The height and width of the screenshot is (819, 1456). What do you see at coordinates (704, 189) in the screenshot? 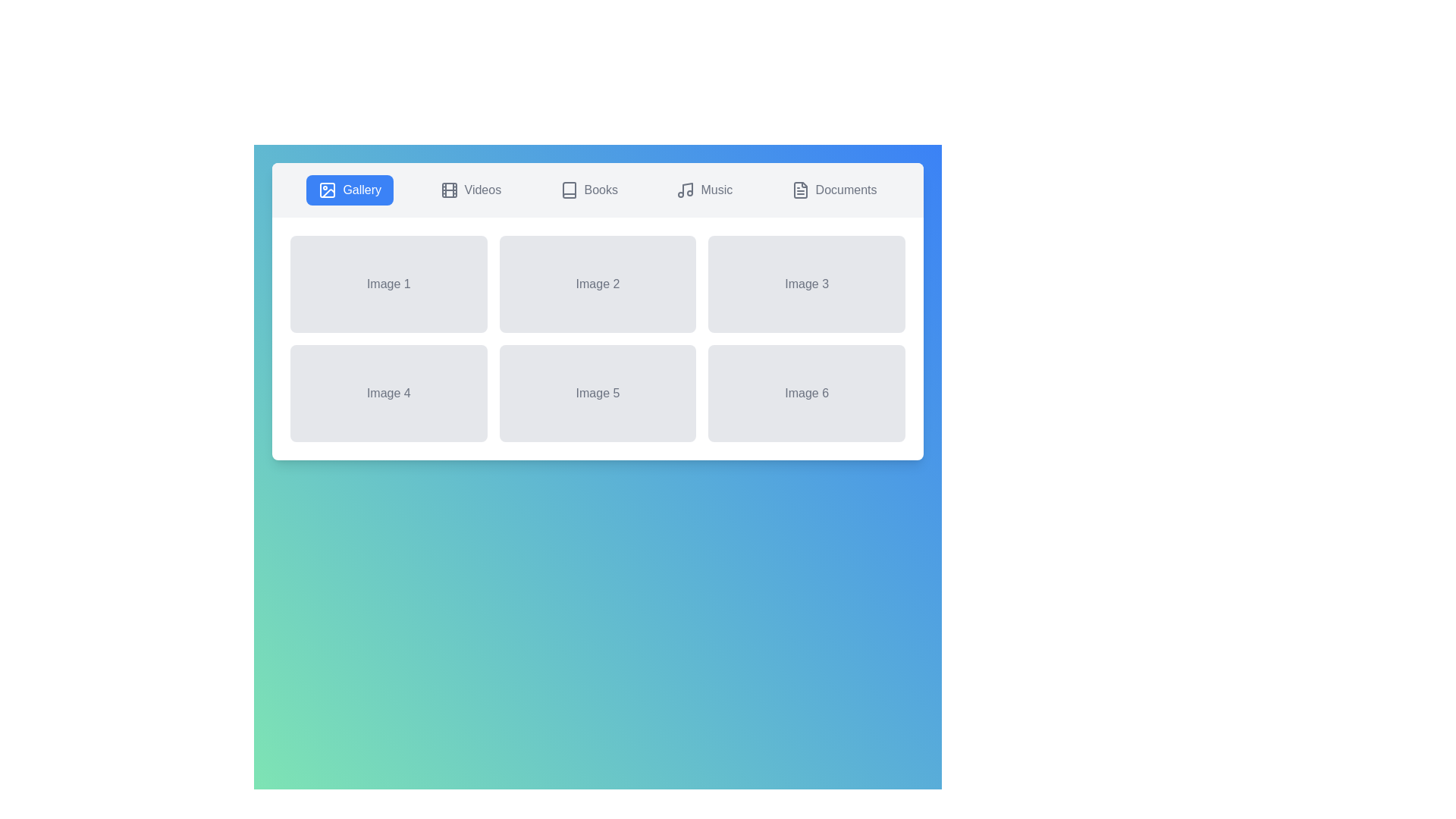
I see `the 'Music' navigation button in the horizontal navigation bar to redirect to the music section of the application` at bounding box center [704, 189].